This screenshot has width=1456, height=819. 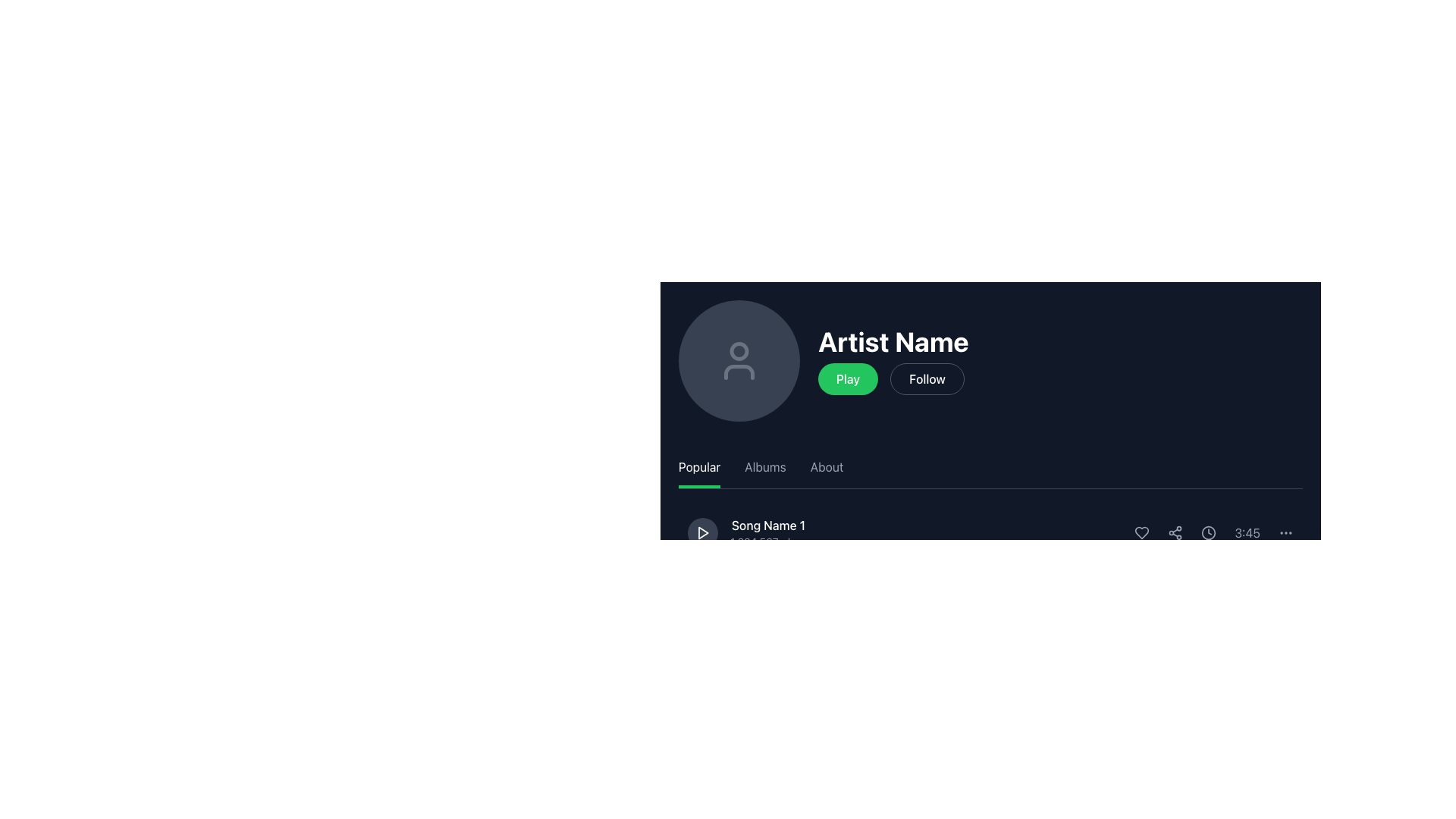 What do you see at coordinates (764, 466) in the screenshot?
I see `the second navigation link for albums located in the horizontal navigation bar, positioned between 'Popular' and 'About'` at bounding box center [764, 466].